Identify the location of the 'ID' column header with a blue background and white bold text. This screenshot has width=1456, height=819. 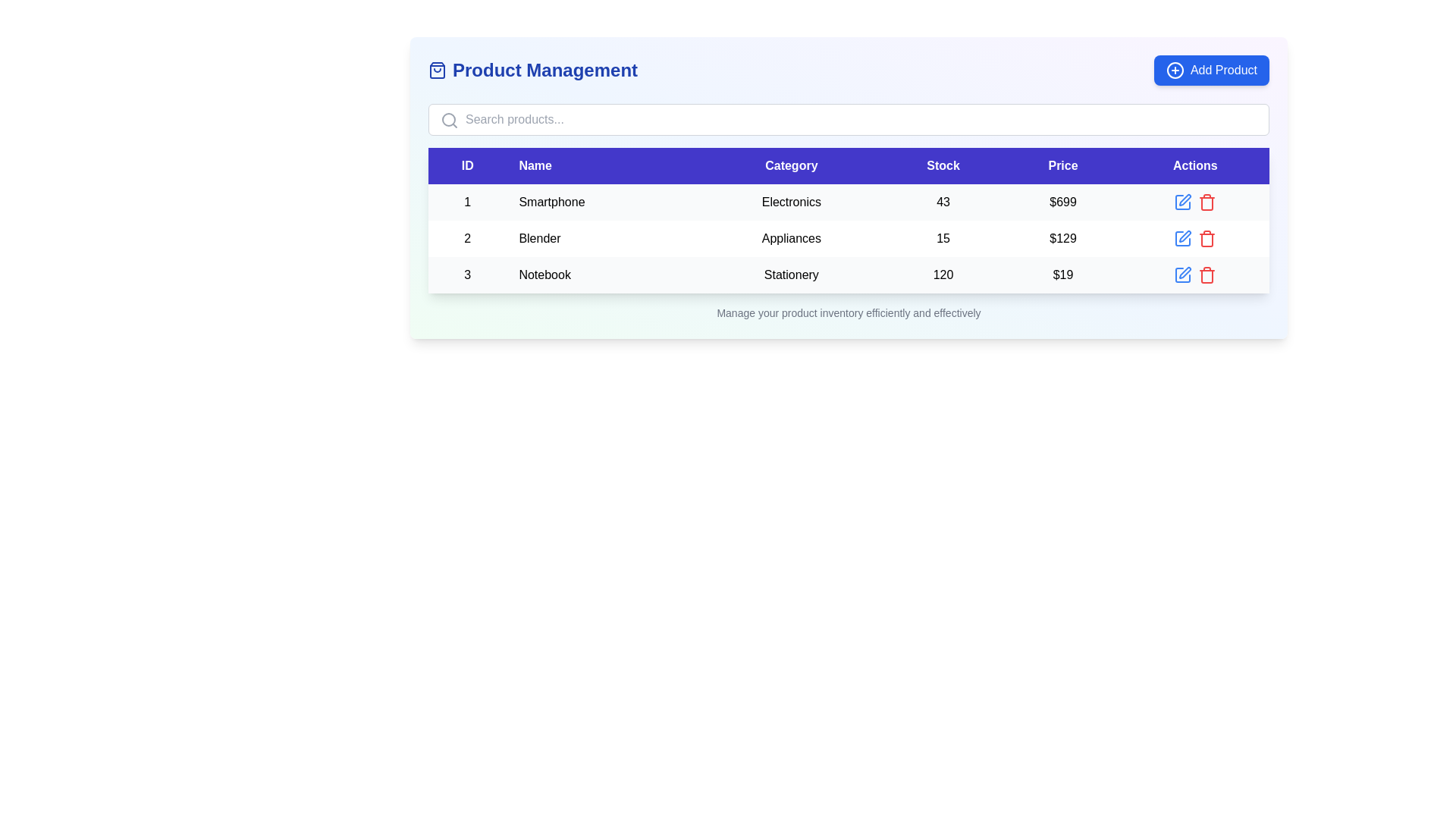
(466, 166).